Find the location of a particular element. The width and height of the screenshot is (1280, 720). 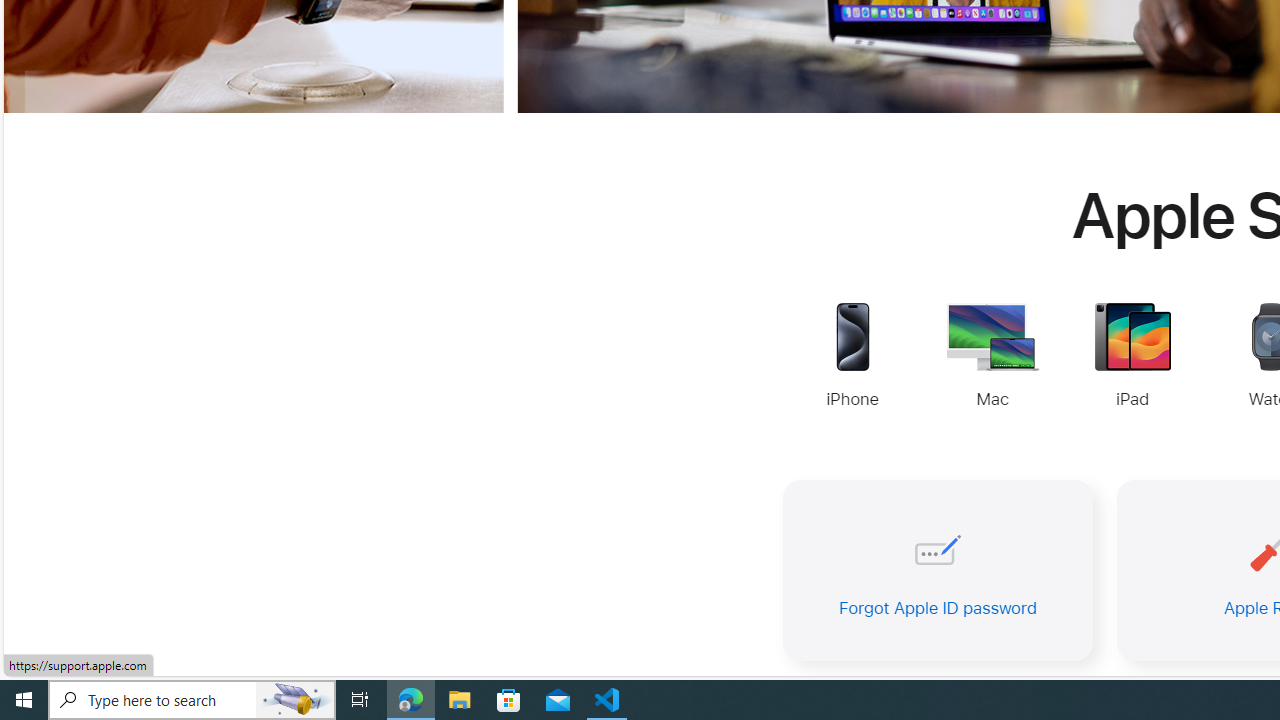

'Forgot Apple ID password' is located at coordinates (937, 570).